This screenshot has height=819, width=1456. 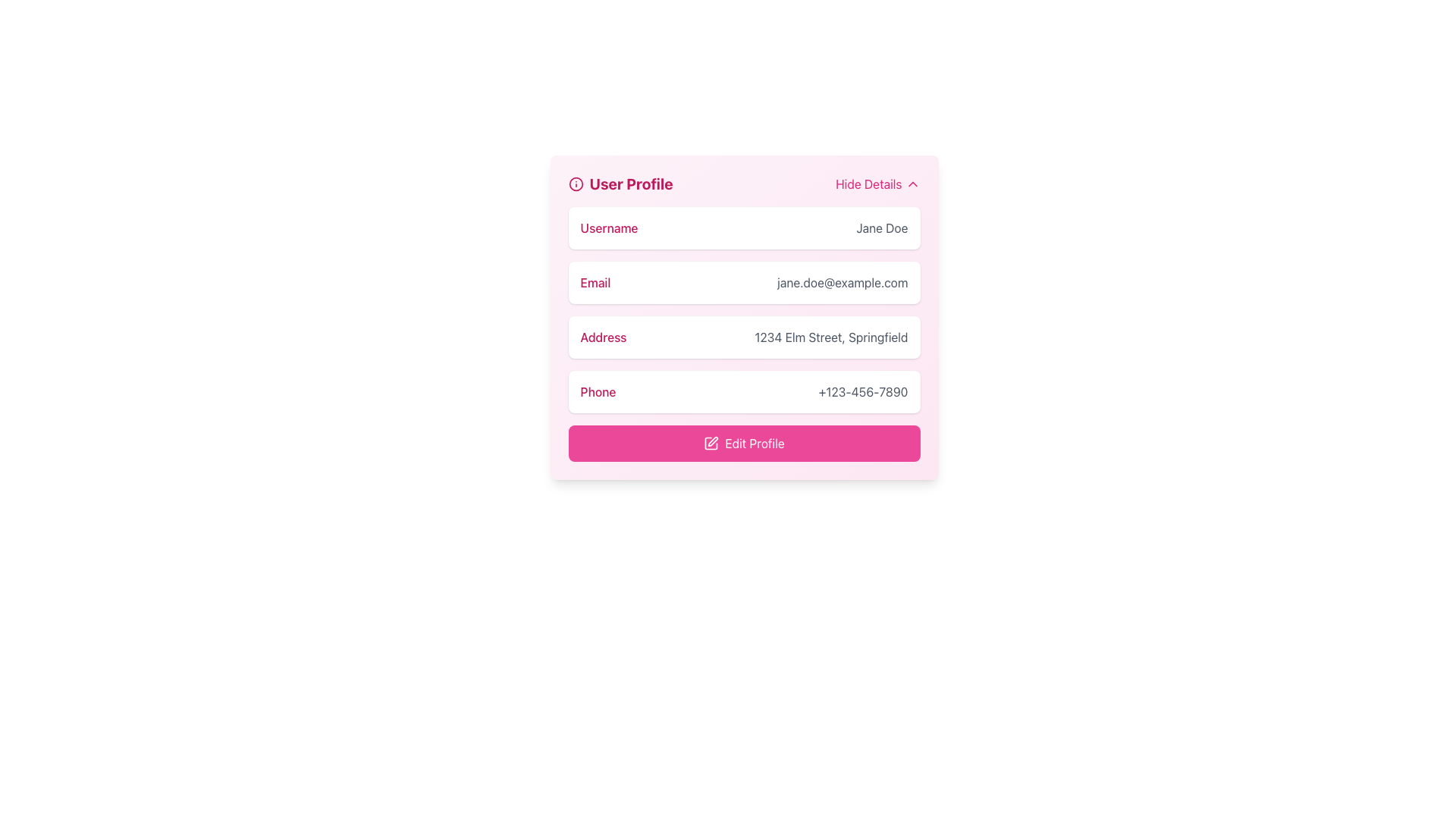 I want to click on the email address display element, which is located directly to the right of the 'Email' label and serves as a non-interactive informational display, so click(x=842, y=283).